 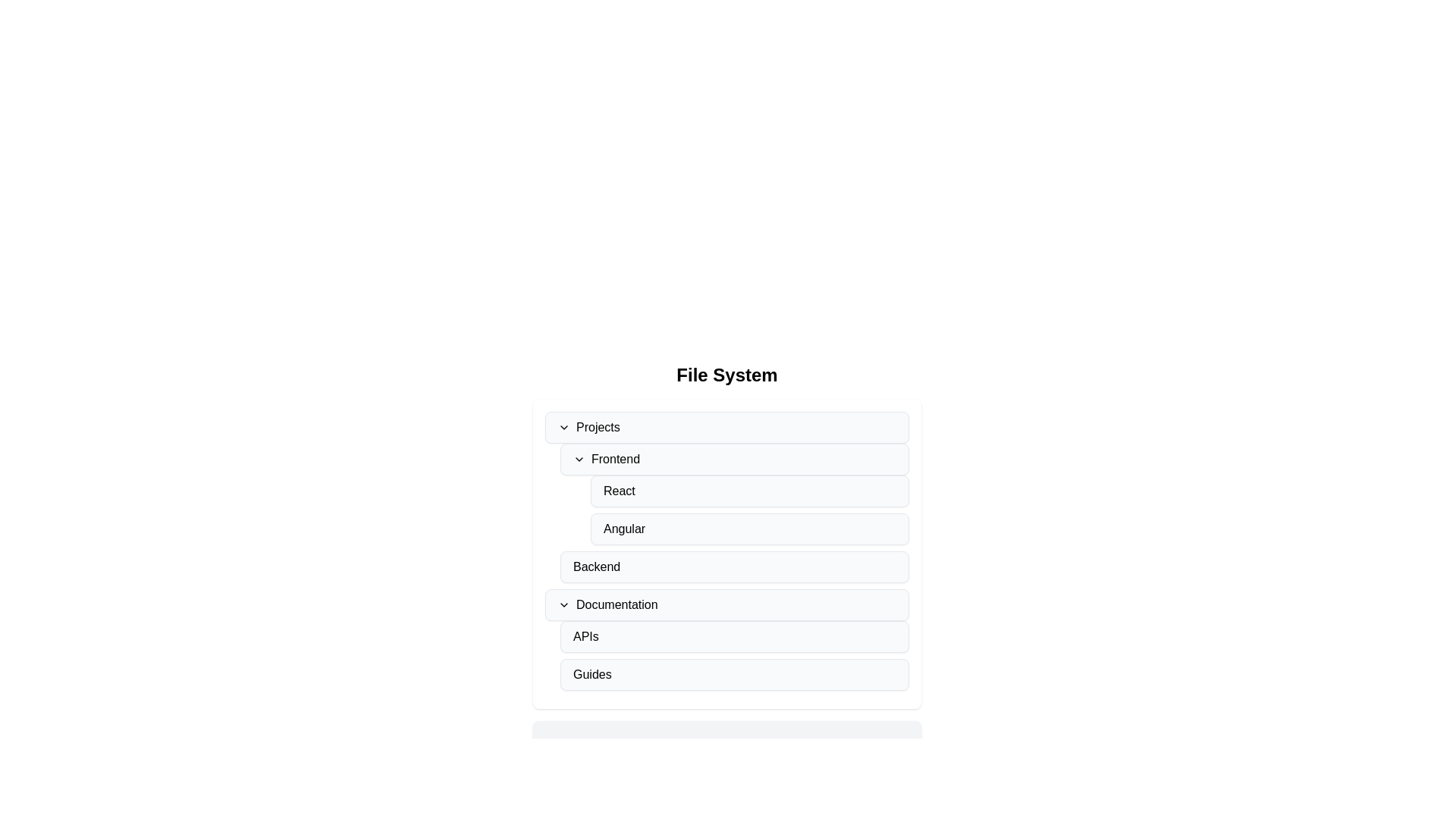 What do you see at coordinates (726, 604) in the screenshot?
I see `the first expandable menu item labeled 'Documentation'` at bounding box center [726, 604].